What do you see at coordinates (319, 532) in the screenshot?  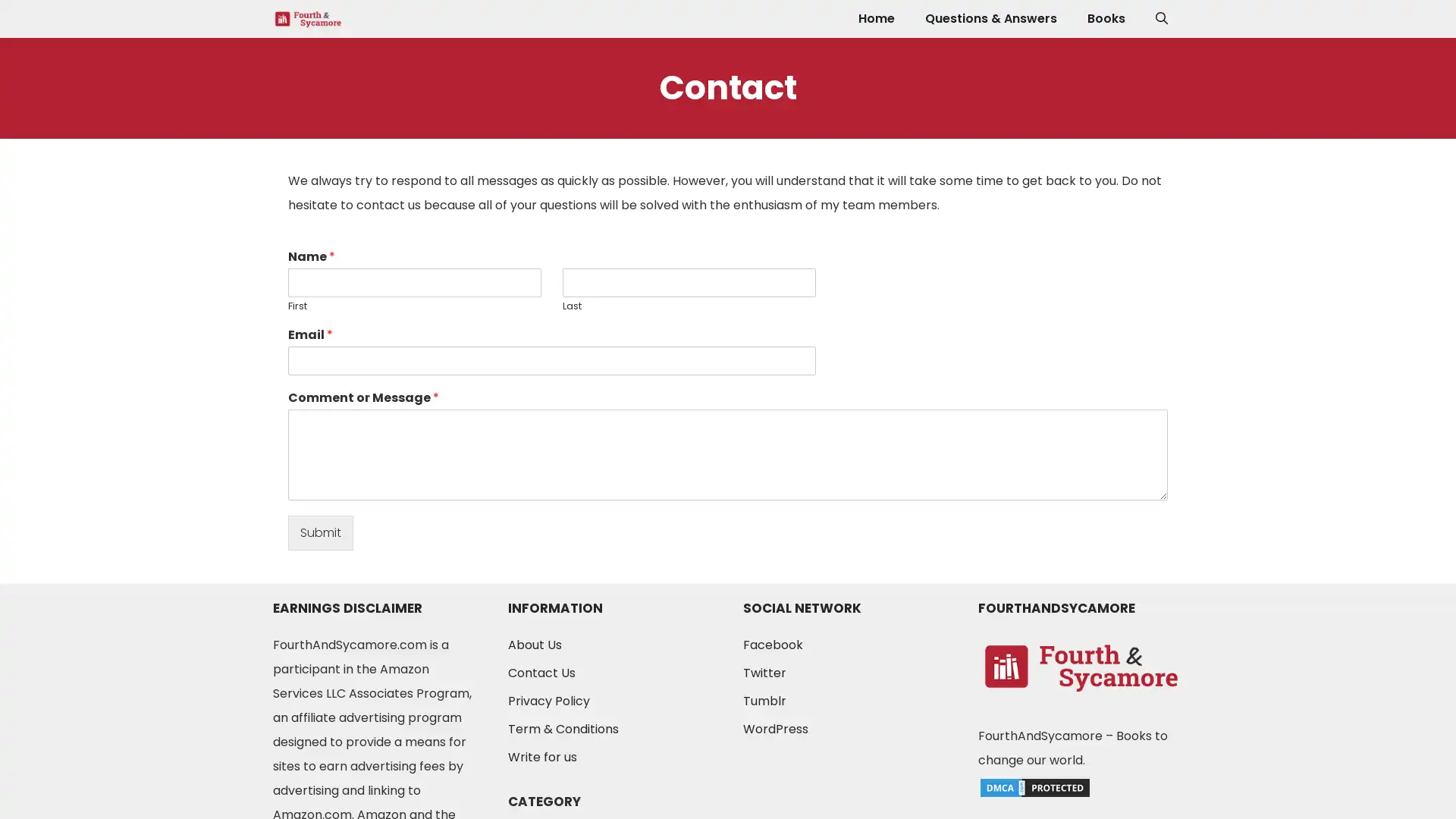 I see `Submit` at bounding box center [319, 532].